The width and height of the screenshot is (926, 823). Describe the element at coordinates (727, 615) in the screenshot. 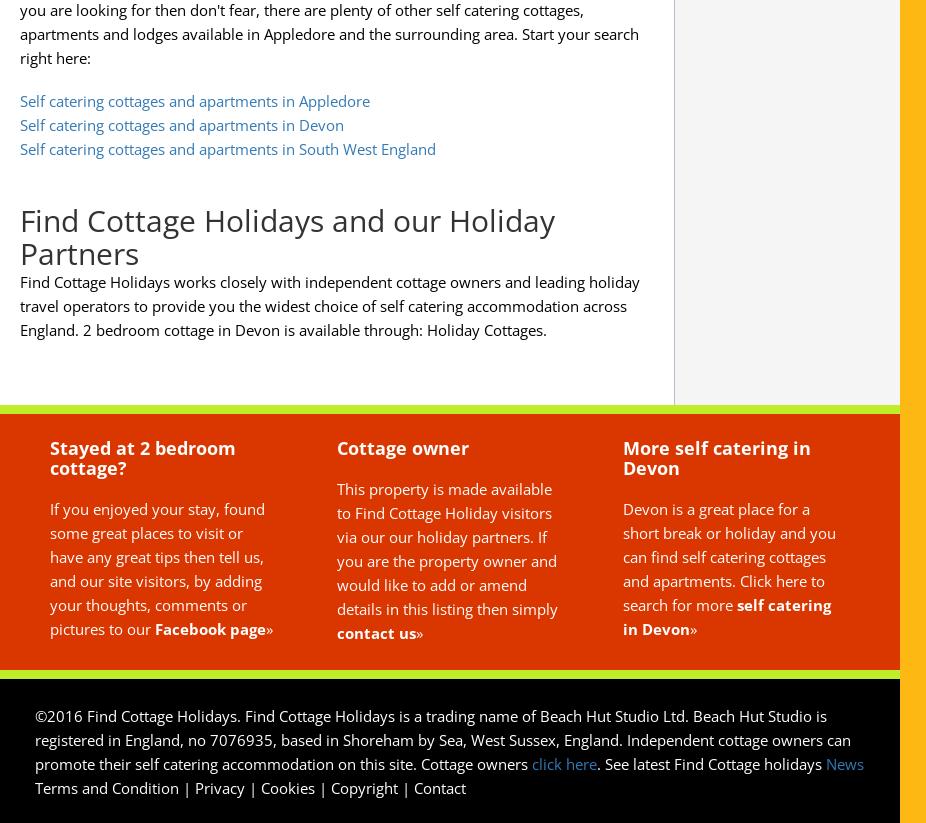

I see `'self catering in Devon'` at that location.